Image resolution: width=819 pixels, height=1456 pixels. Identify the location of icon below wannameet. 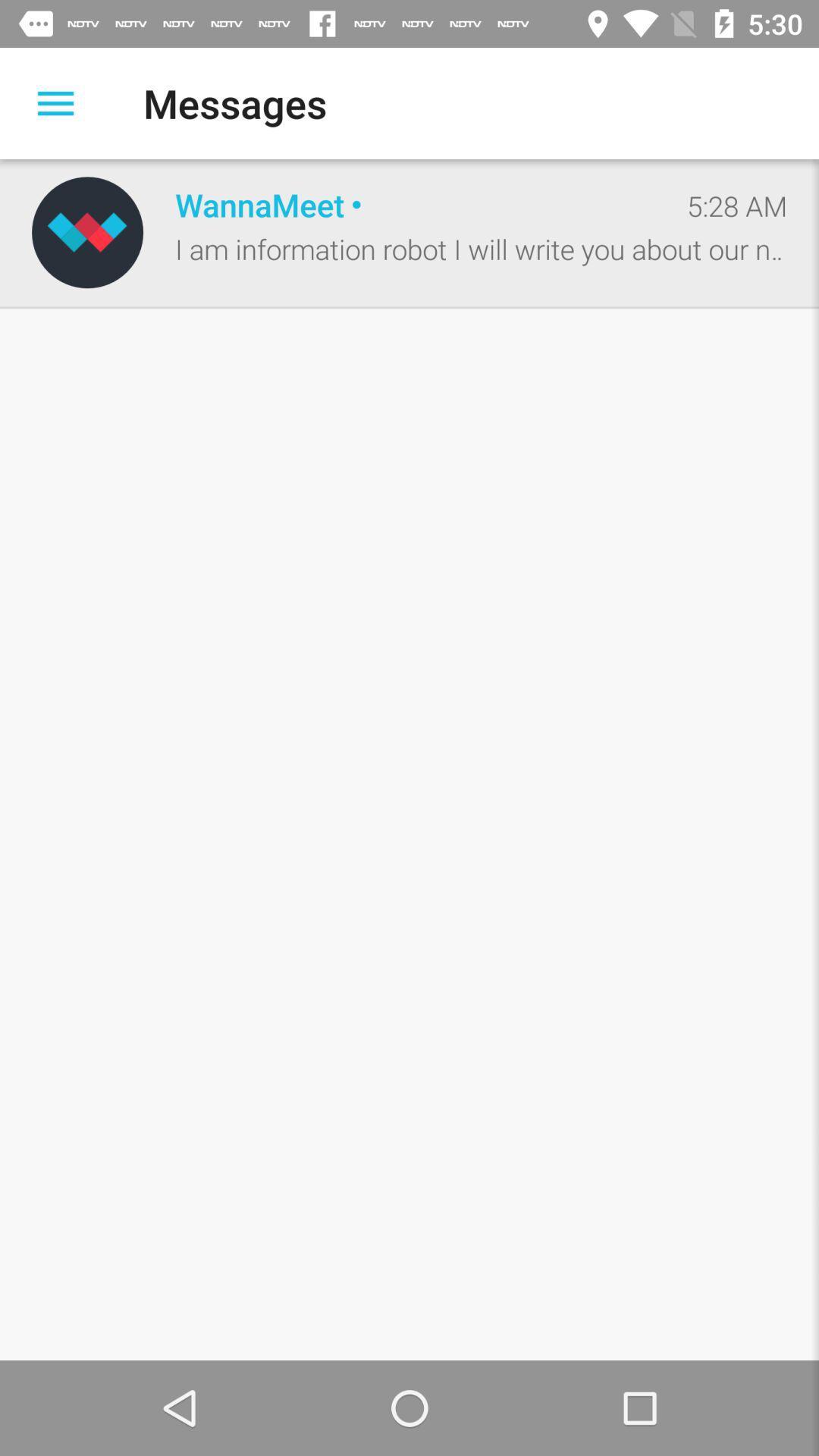
(481, 249).